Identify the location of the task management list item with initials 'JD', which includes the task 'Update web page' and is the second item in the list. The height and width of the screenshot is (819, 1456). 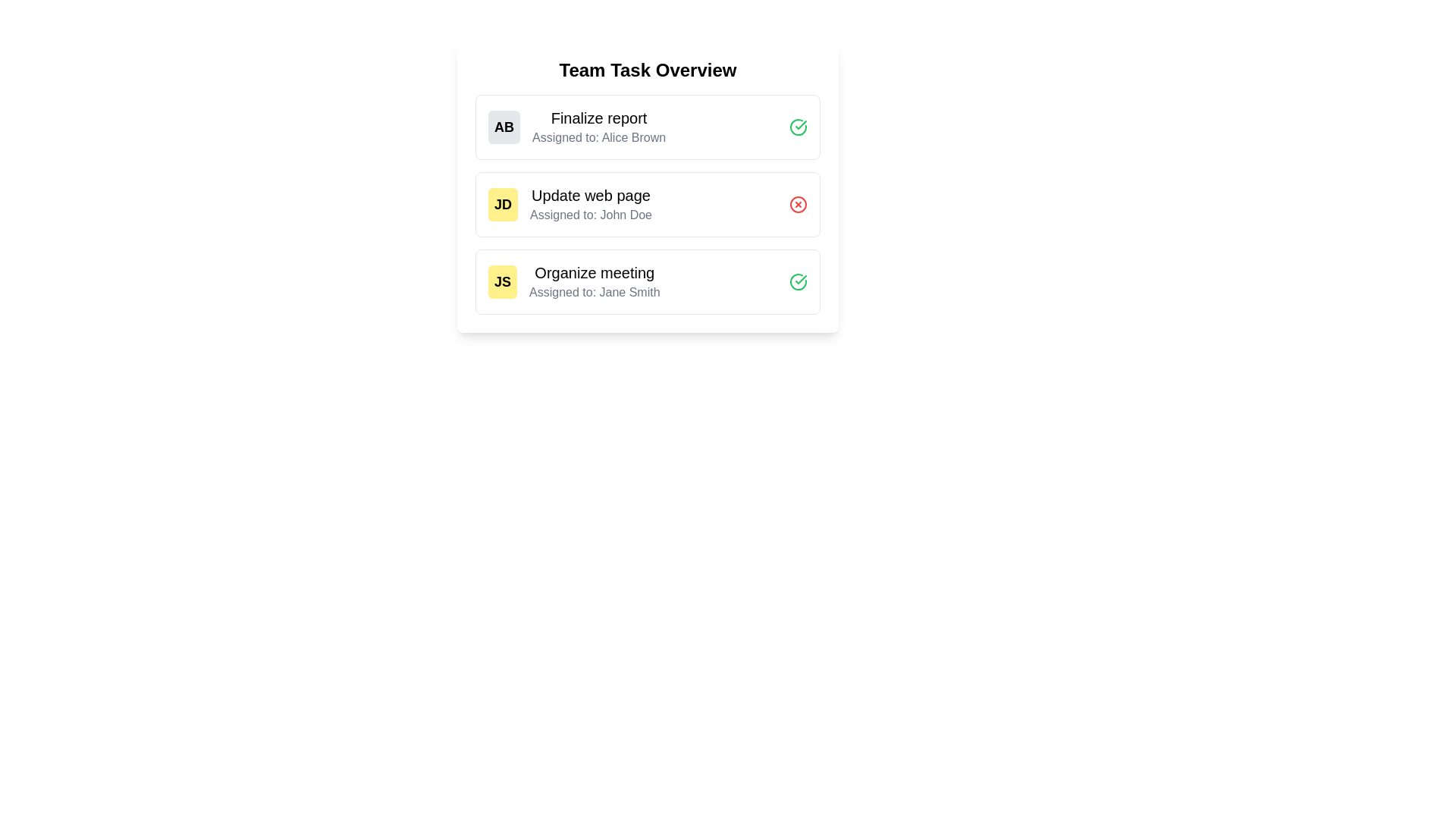
(570, 205).